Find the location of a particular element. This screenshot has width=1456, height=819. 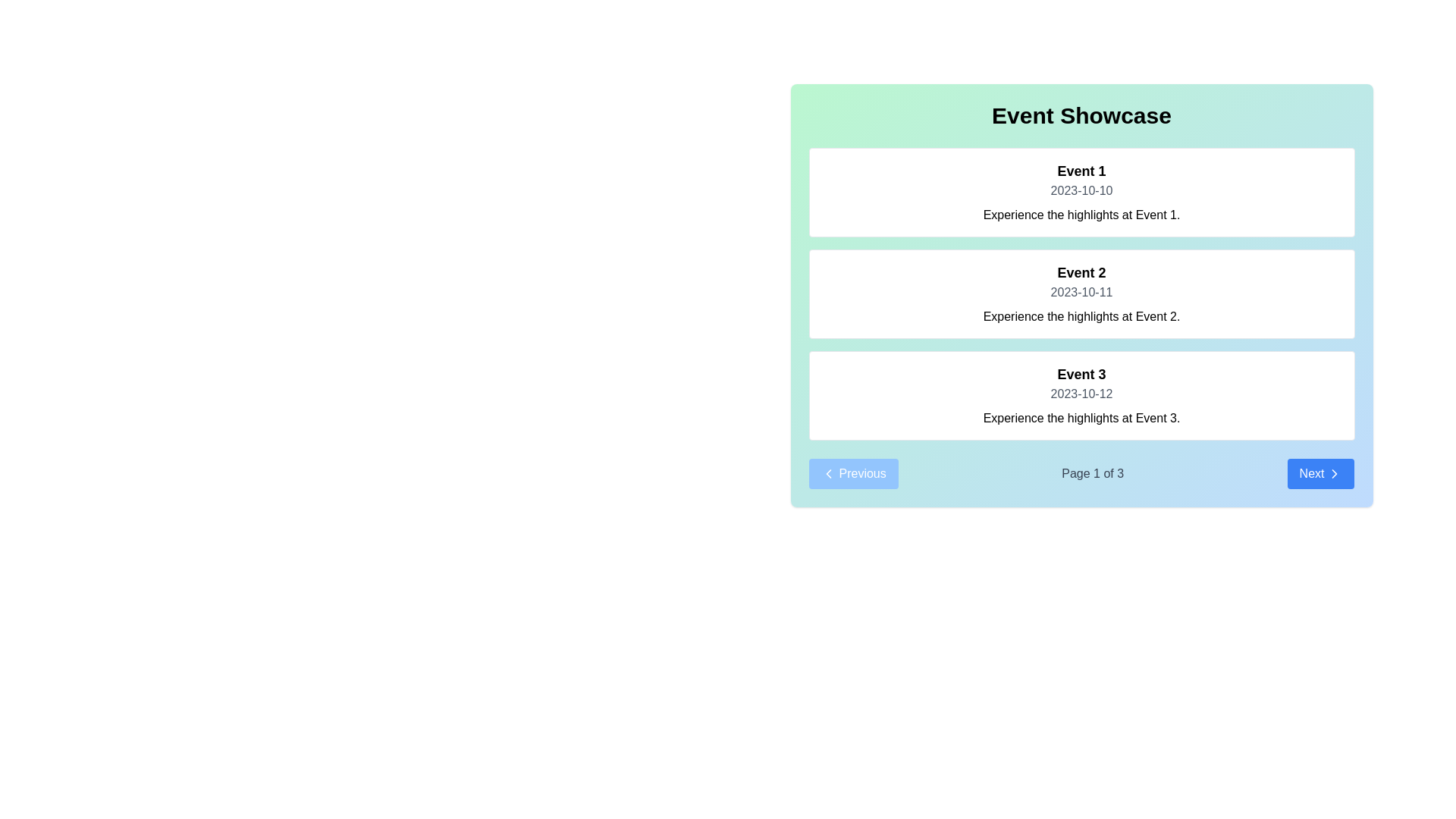

the 'Previous' button with a blue background and white text is located at coordinates (853, 472).